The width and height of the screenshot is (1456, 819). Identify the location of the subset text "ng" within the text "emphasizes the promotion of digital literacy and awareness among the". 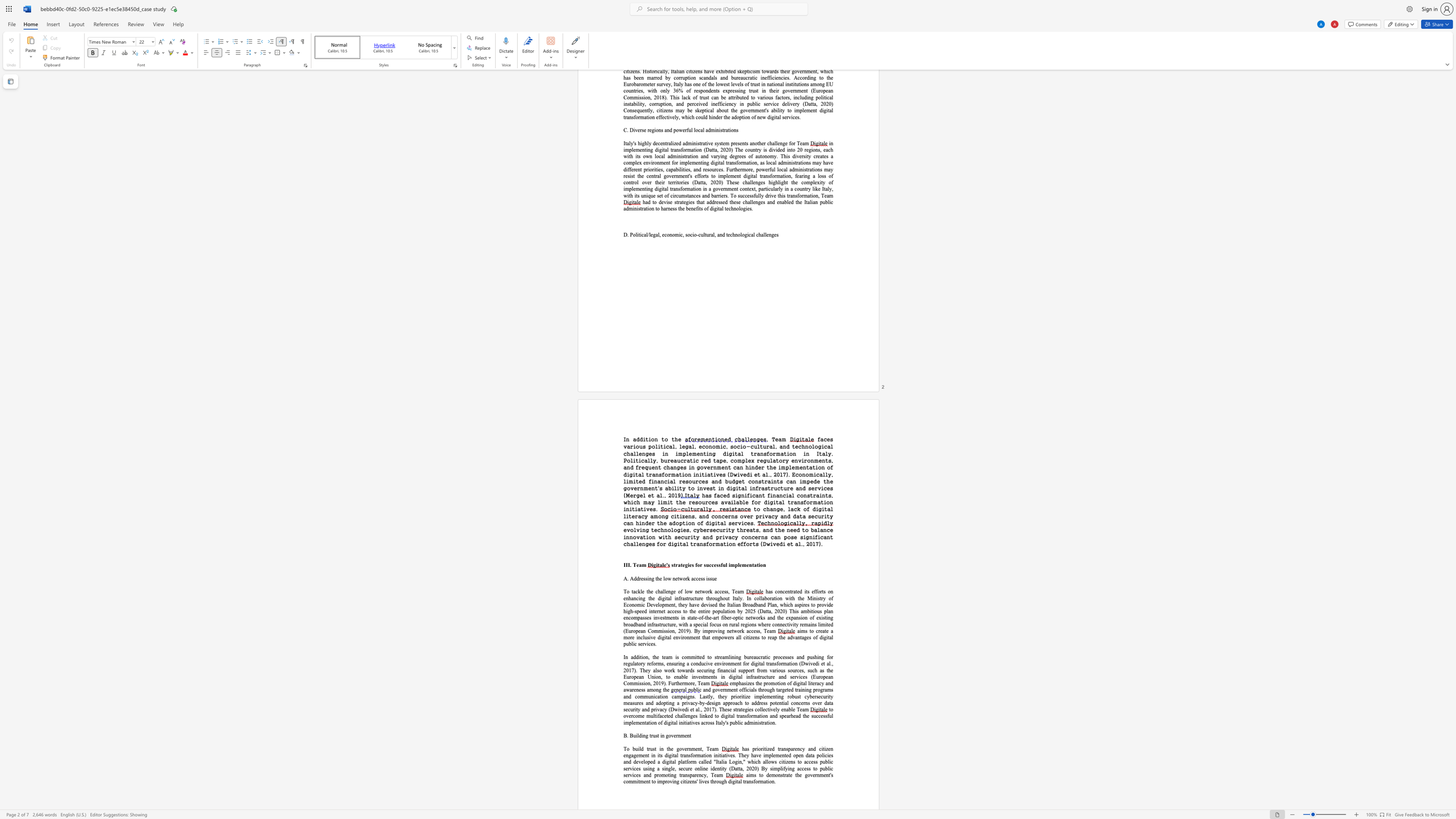
(656, 690).